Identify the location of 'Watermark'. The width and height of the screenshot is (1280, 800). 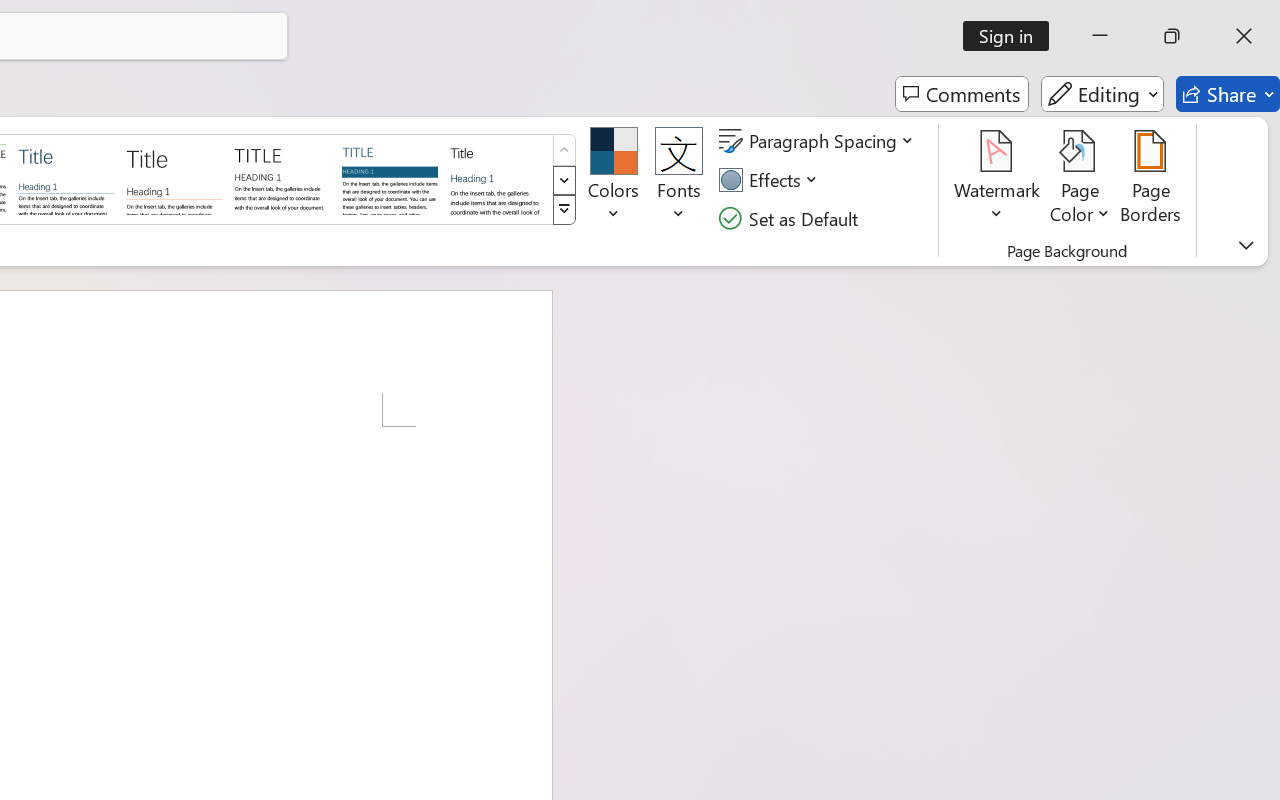
(997, 179).